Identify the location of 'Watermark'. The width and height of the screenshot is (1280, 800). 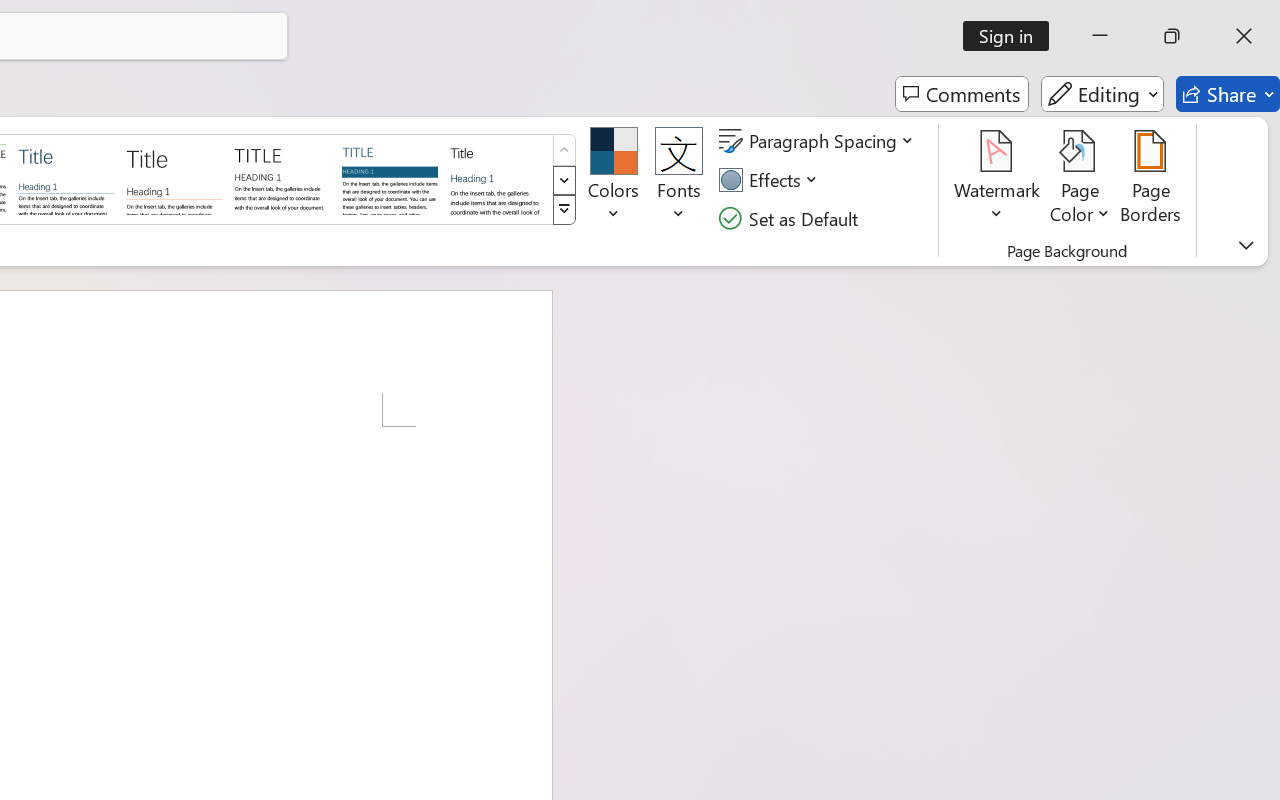
(997, 179).